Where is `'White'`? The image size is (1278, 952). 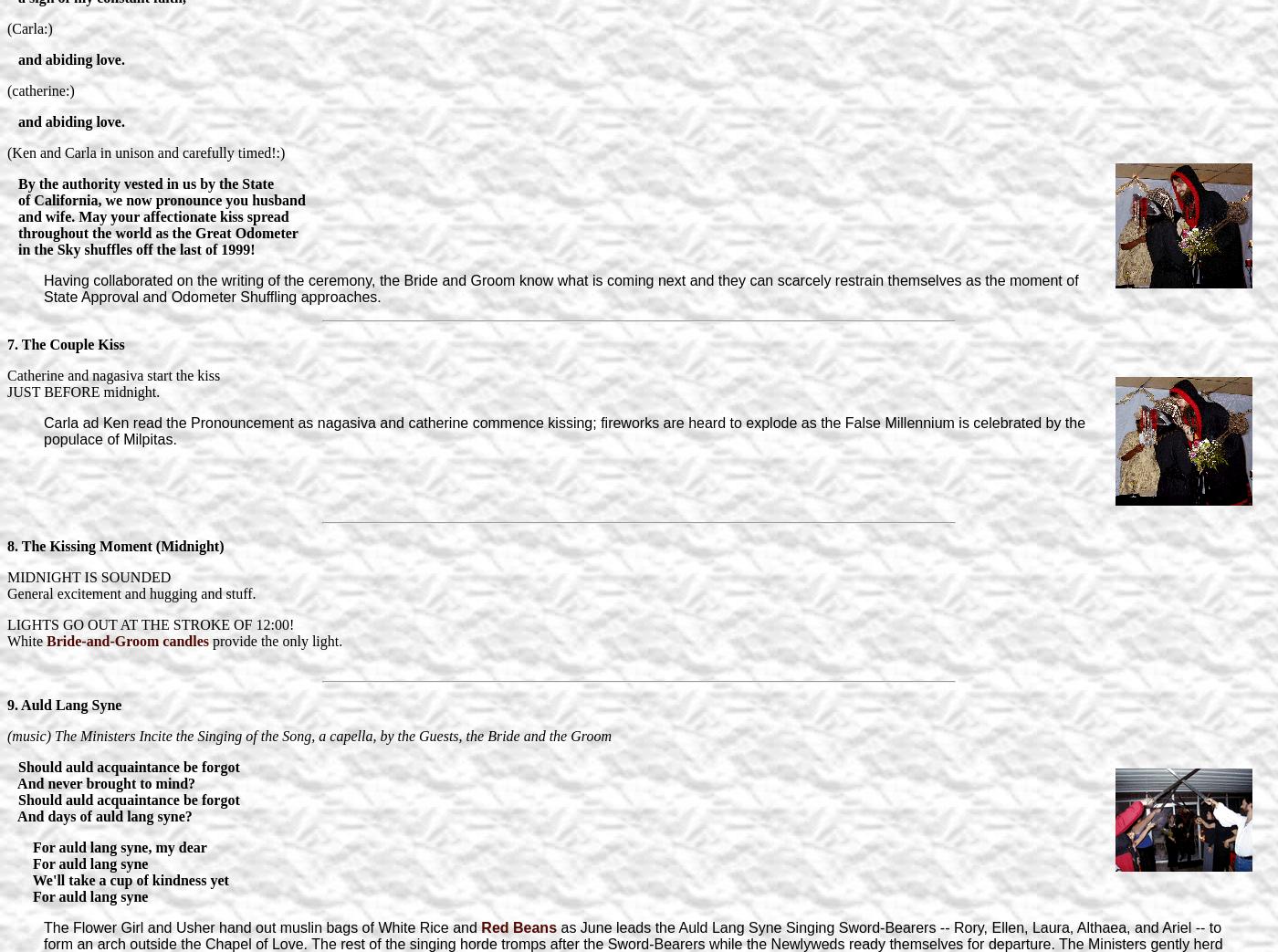 'White' is located at coordinates (26, 640).